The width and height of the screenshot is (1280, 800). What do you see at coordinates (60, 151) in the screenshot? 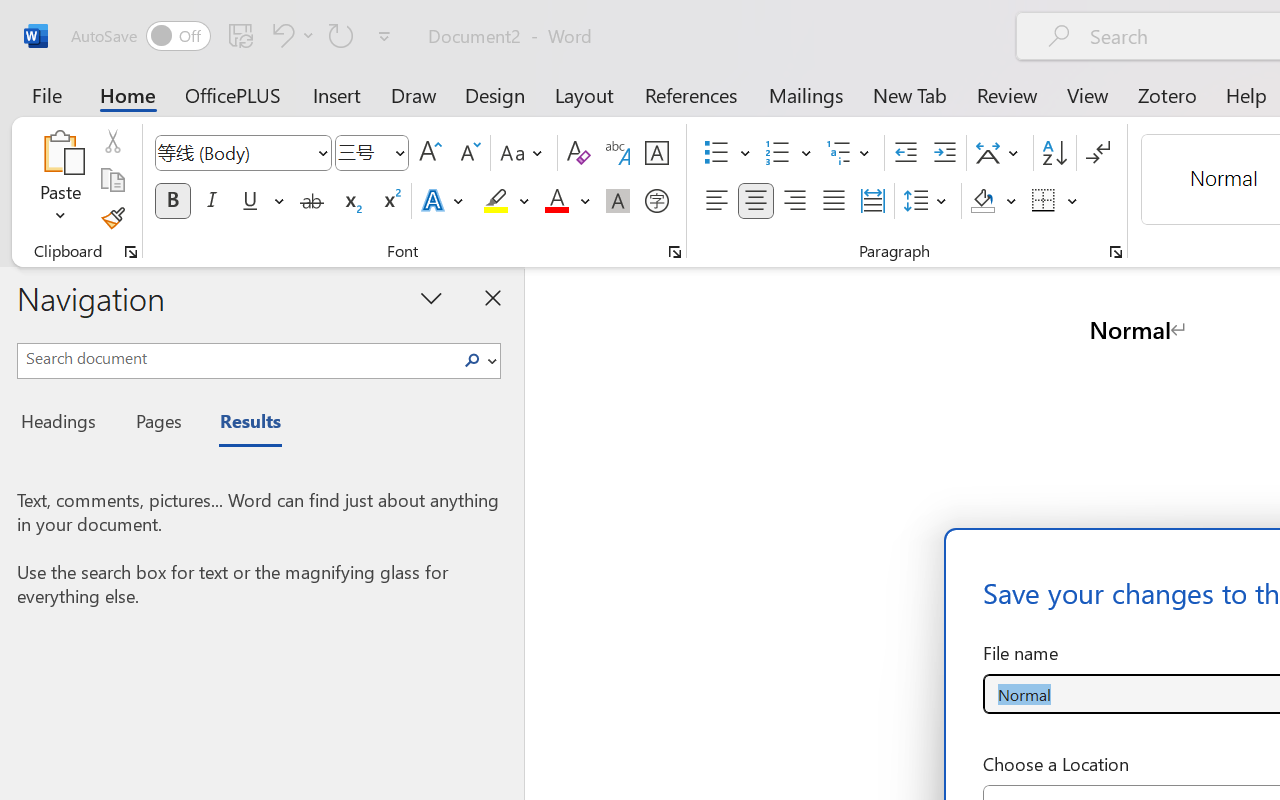
I see `'Paste'` at bounding box center [60, 151].